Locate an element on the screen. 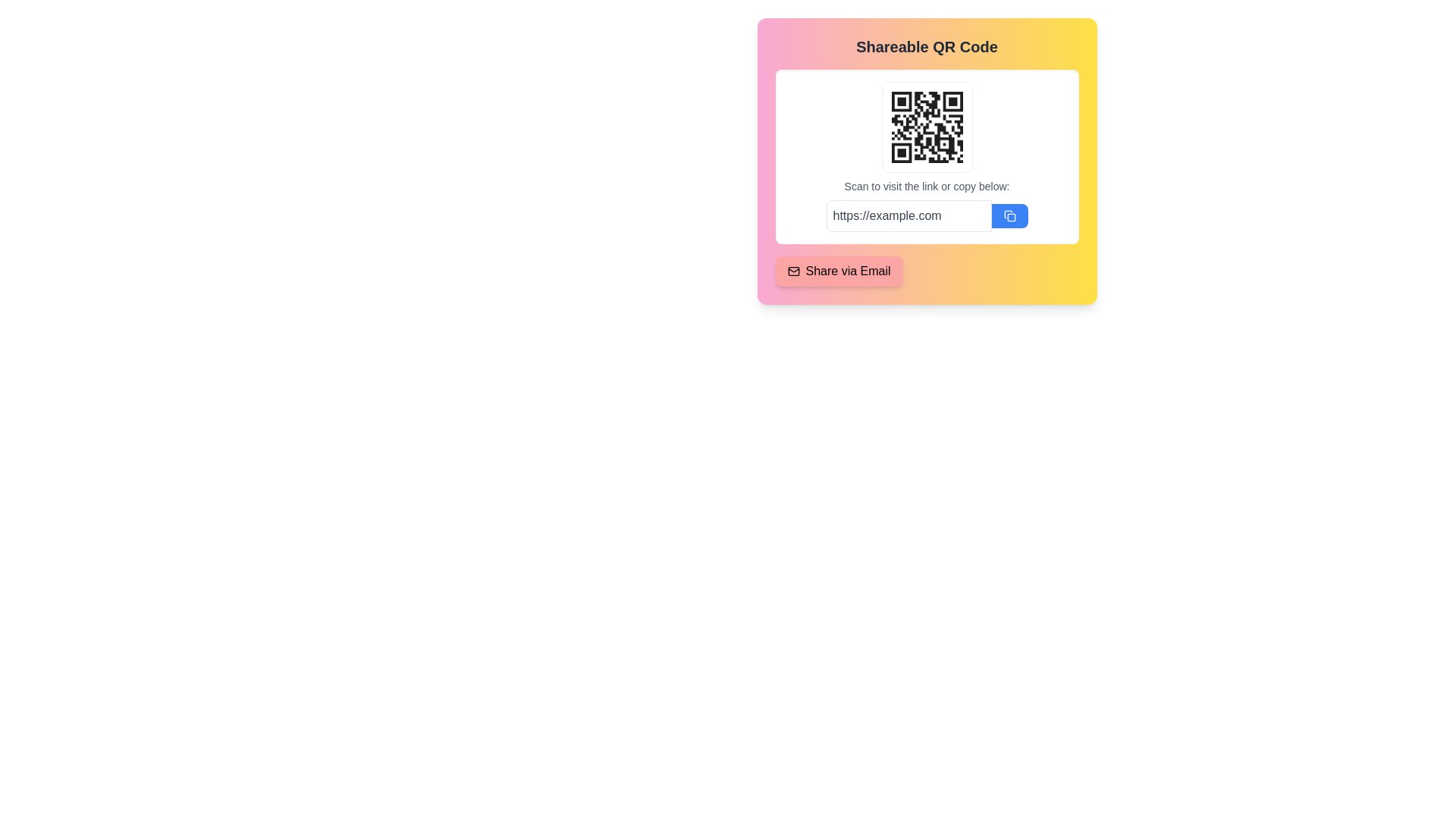 The image size is (1456, 819). the blue button icon with a copy symbol located immediately to the right of the text input field is located at coordinates (1009, 216).